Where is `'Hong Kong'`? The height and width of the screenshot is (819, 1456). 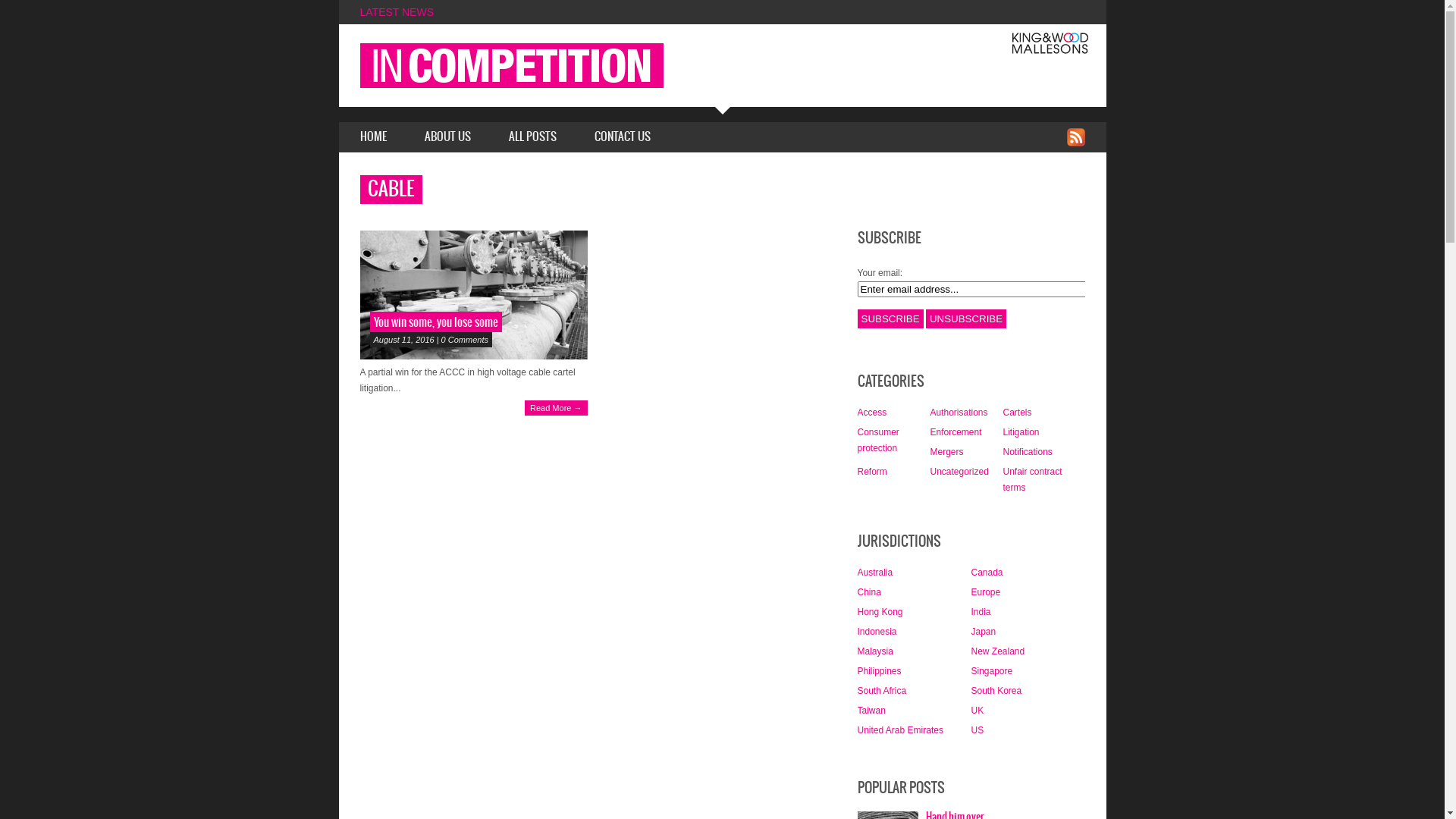
'Hong Kong' is located at coordinates (856, 610).